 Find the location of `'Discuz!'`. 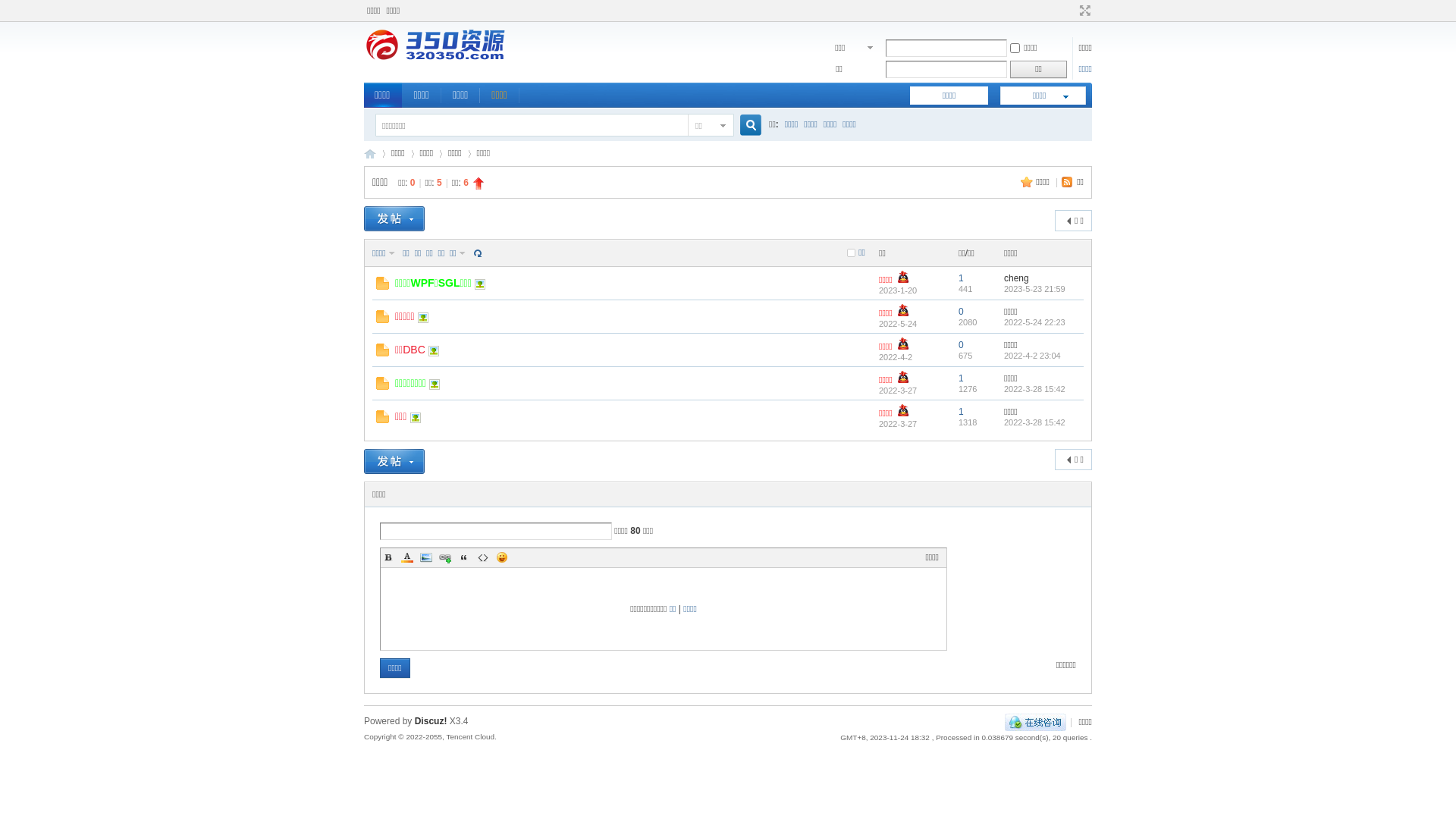

'Discuz!' is located at coordinates (430, 720).